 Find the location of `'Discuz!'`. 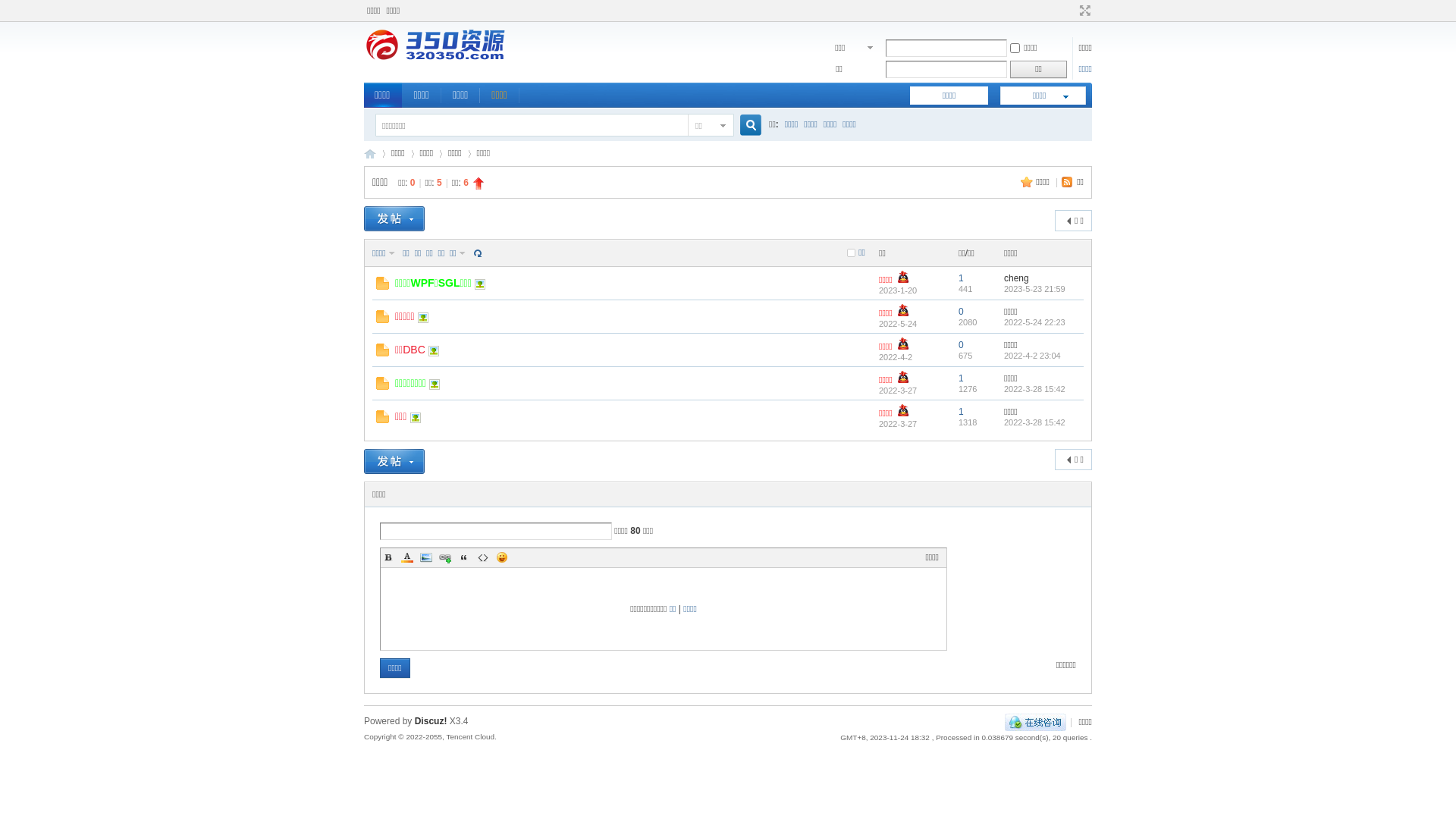

'Discuz!' is located at coordinates (430, 720).